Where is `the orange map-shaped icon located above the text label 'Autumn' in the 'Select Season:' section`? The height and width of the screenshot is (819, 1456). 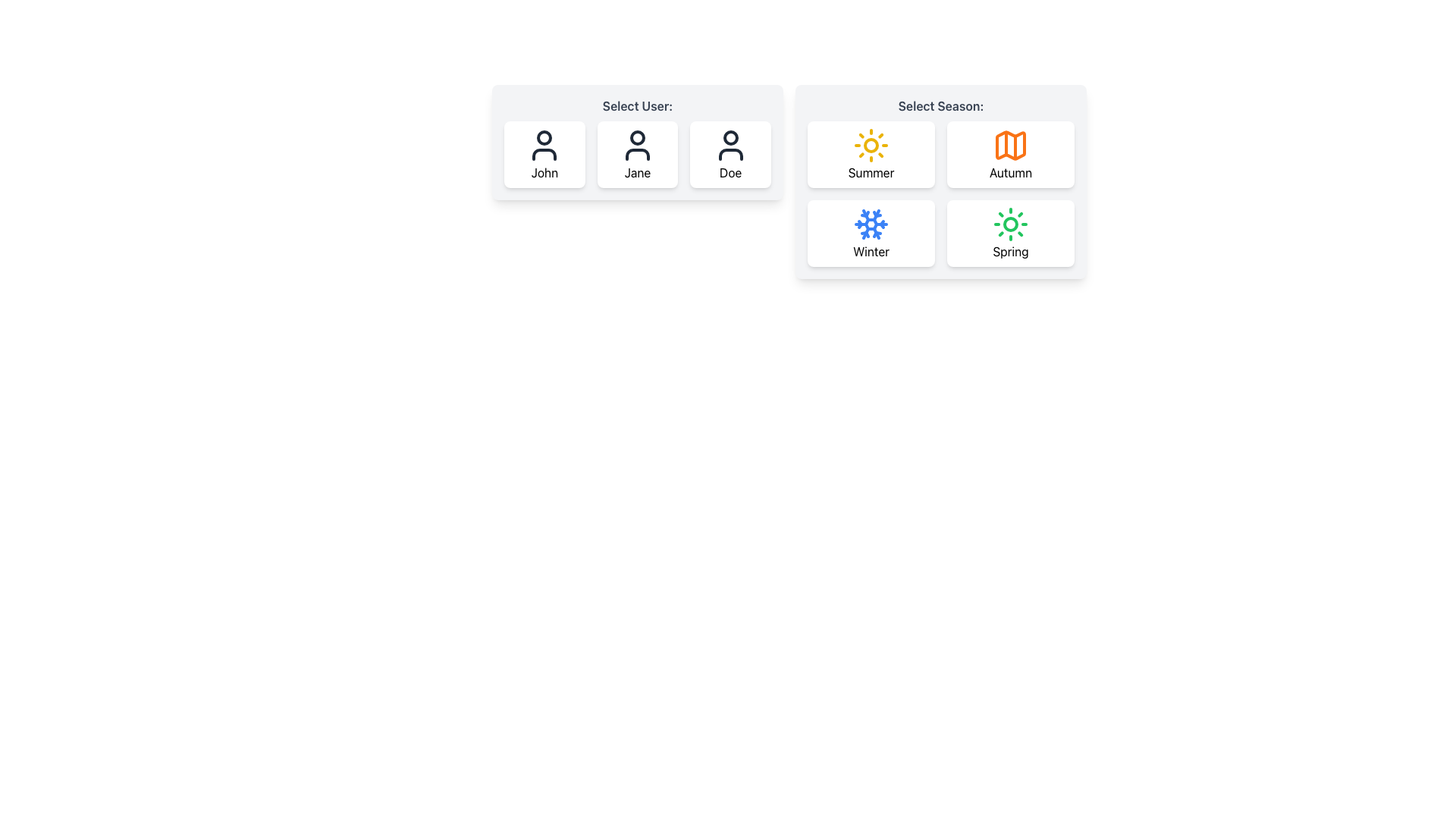
the orange map-shaped icon located above the text label 'Autumn' in the 'Select Season:' section is located at coordinates (1011, 146).